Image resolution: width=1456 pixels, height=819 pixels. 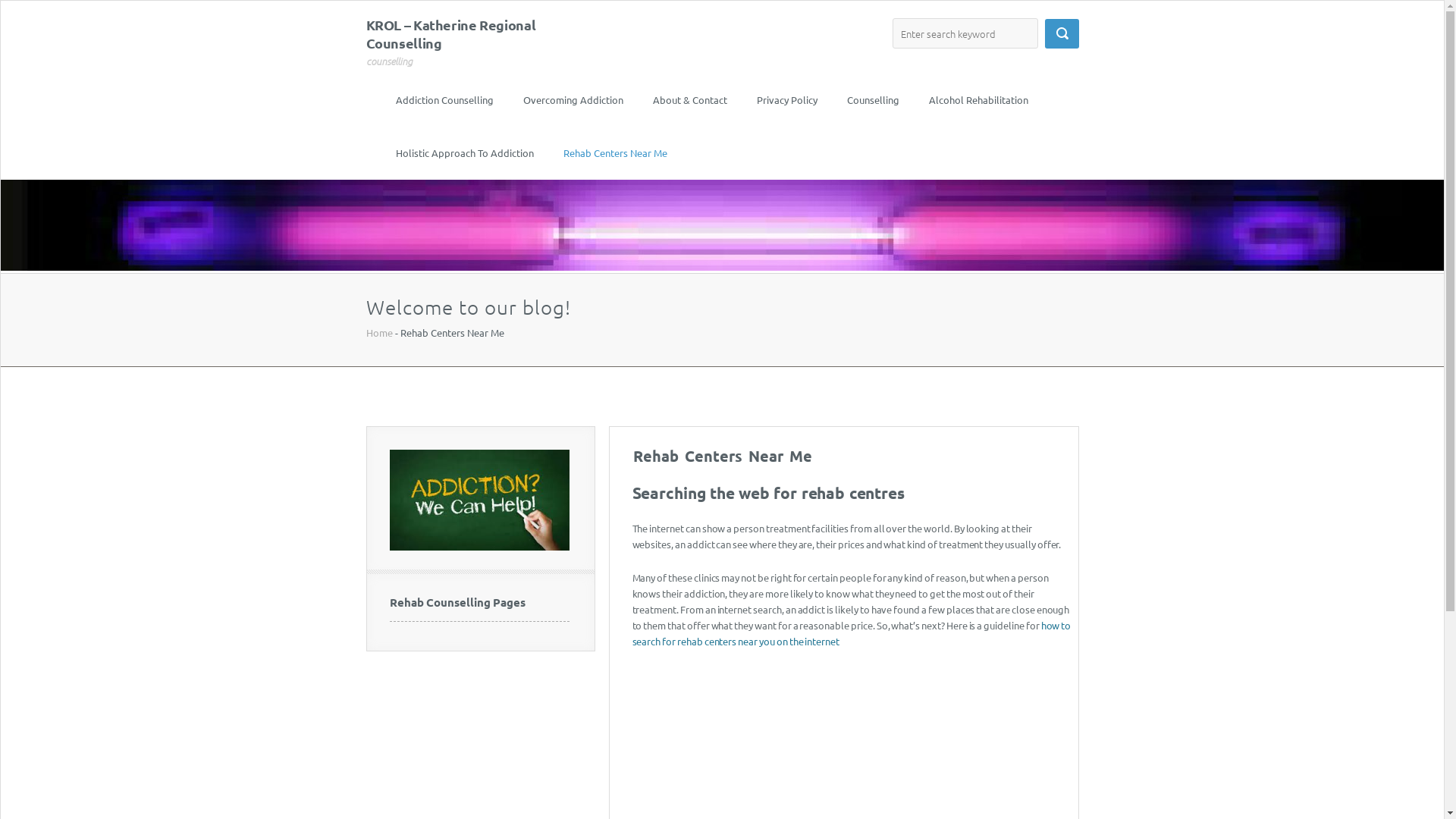 I want to click on 'Addiction Counselling', so click(x=396, y=99).